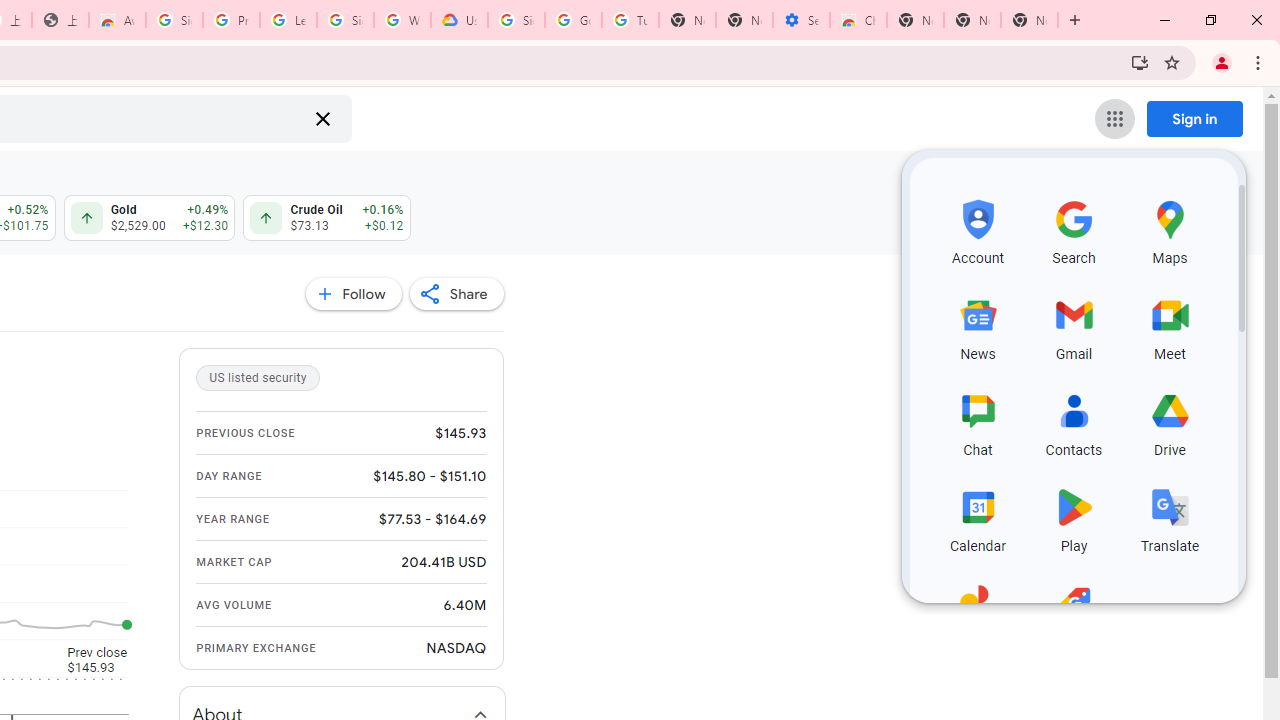 This screenshot has height=720, width=1280. Describe the element at coordinates (116, 20) in the screenshot. I see `'Awesome Screen Recorder & Screenshot - Chrome Web Store'` at that location.